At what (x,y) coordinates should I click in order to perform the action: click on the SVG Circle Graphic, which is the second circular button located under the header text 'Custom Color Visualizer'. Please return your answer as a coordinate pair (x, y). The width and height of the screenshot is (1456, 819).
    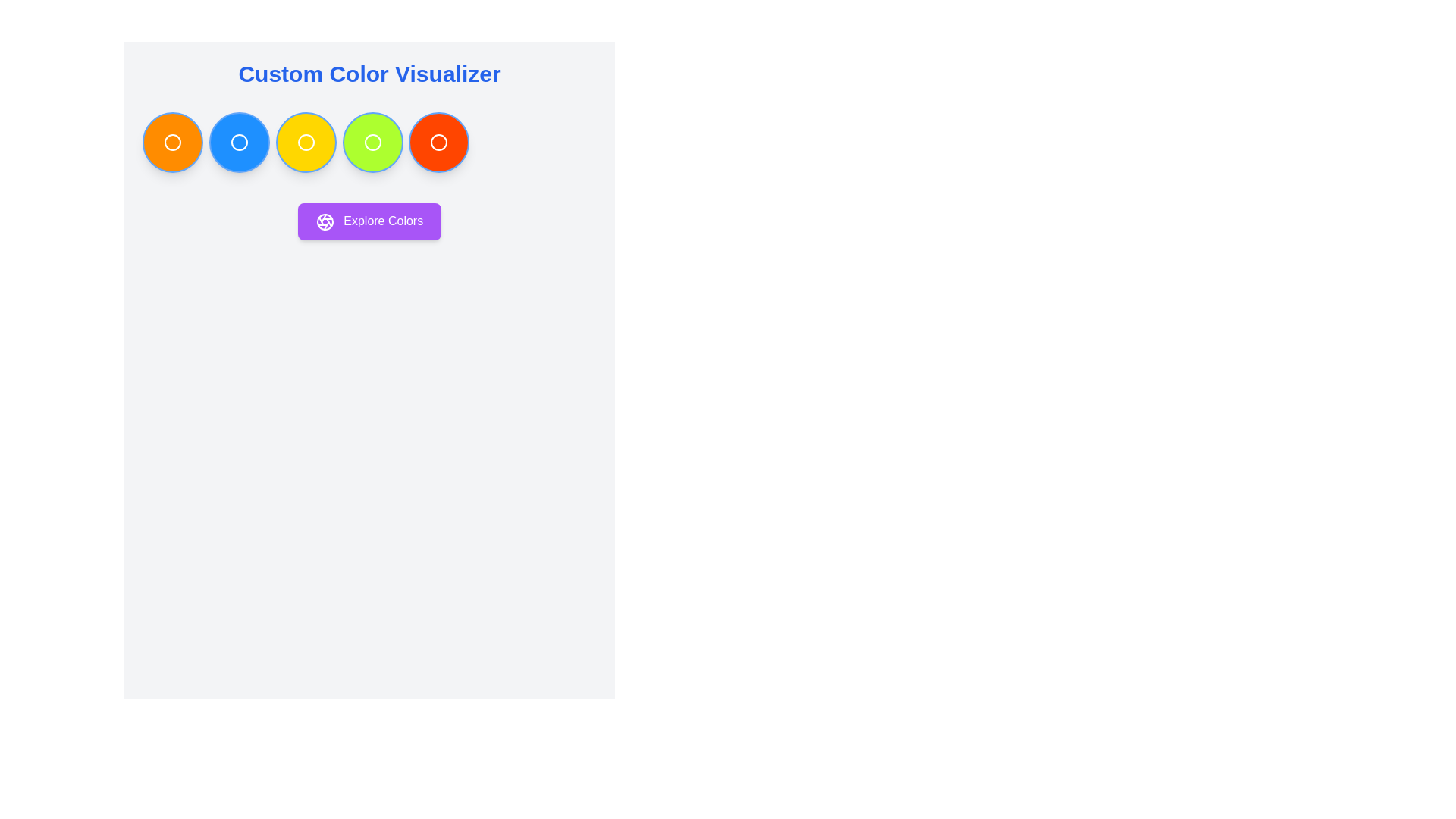
    Looking at the image, I should click on (238, 143).